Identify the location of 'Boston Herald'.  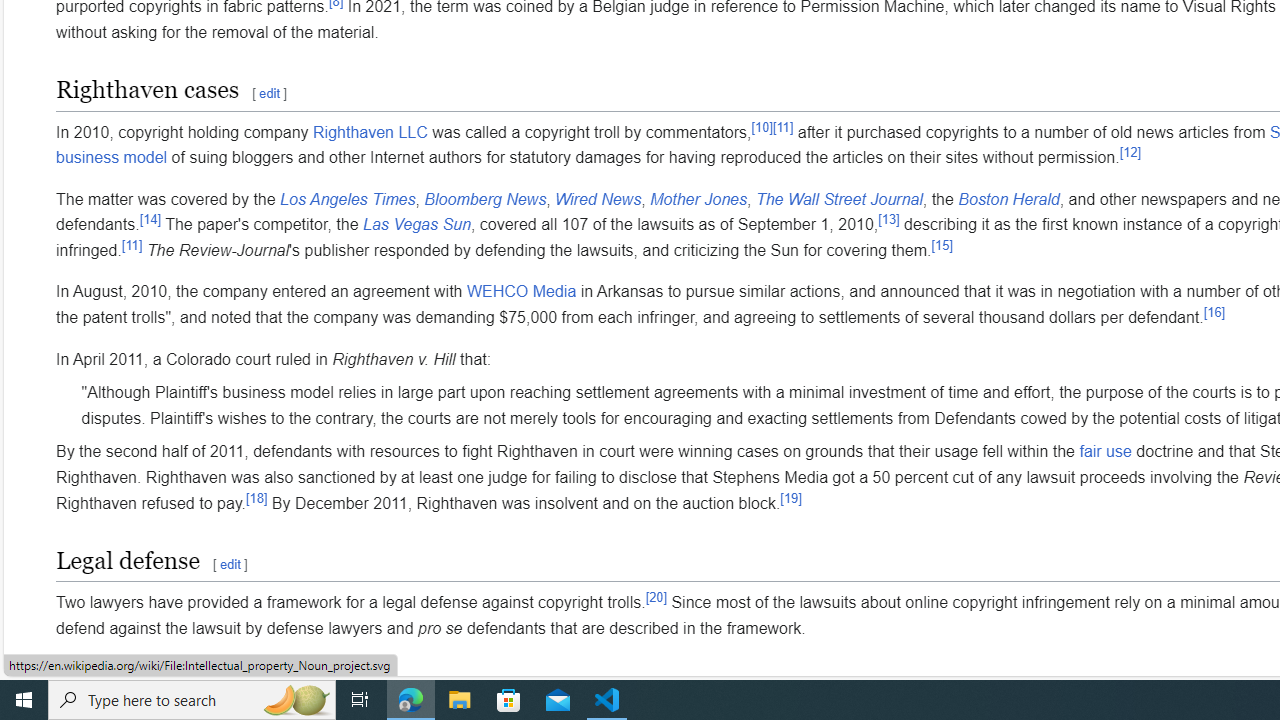
(1008, 199).